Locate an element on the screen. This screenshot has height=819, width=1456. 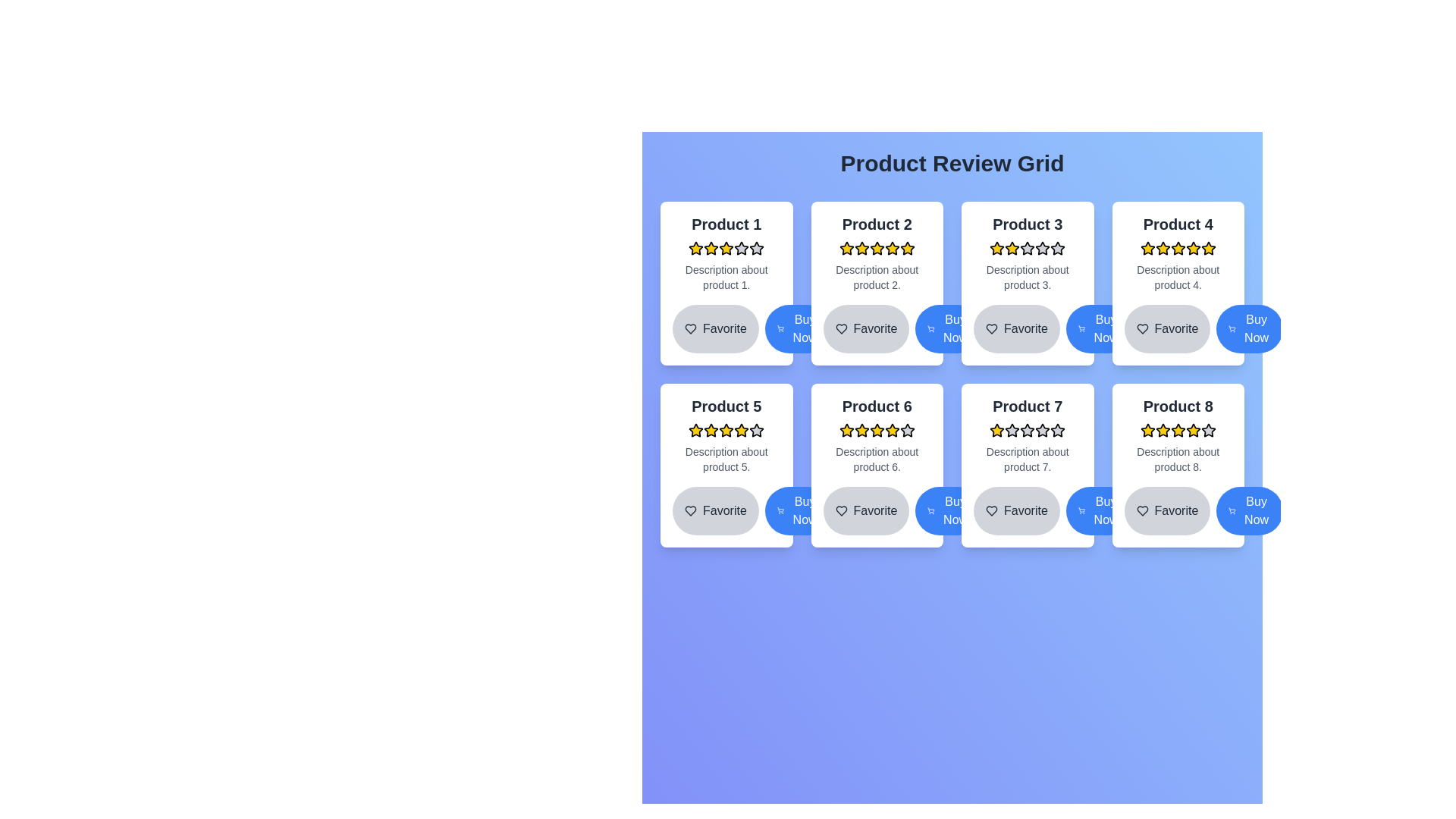
the first star-shaped rating icon with yellow fill and black outline in the top-left section of the product 1 card's five-star rating system is located at coordinates (695, 247).